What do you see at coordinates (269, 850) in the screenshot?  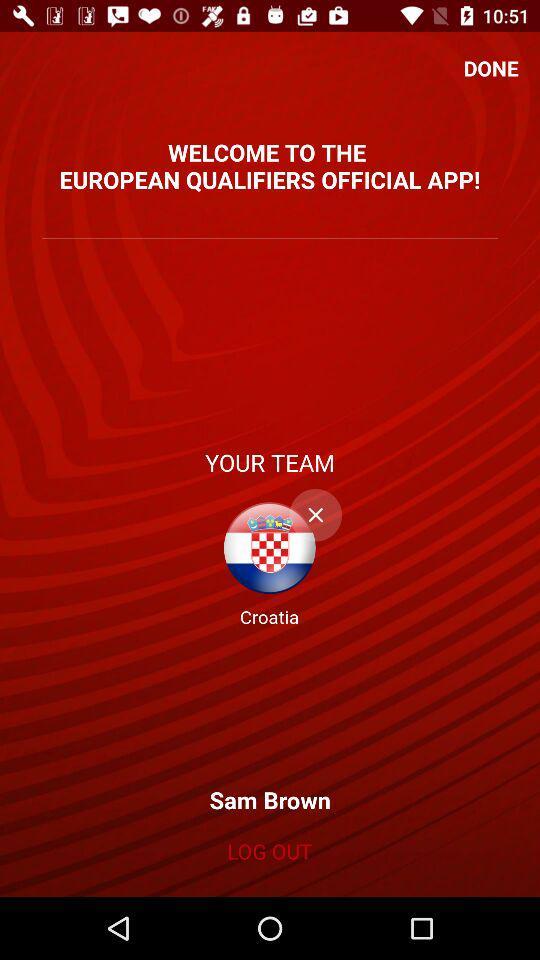 I see `log out icon` at bounding box center [269, 850].